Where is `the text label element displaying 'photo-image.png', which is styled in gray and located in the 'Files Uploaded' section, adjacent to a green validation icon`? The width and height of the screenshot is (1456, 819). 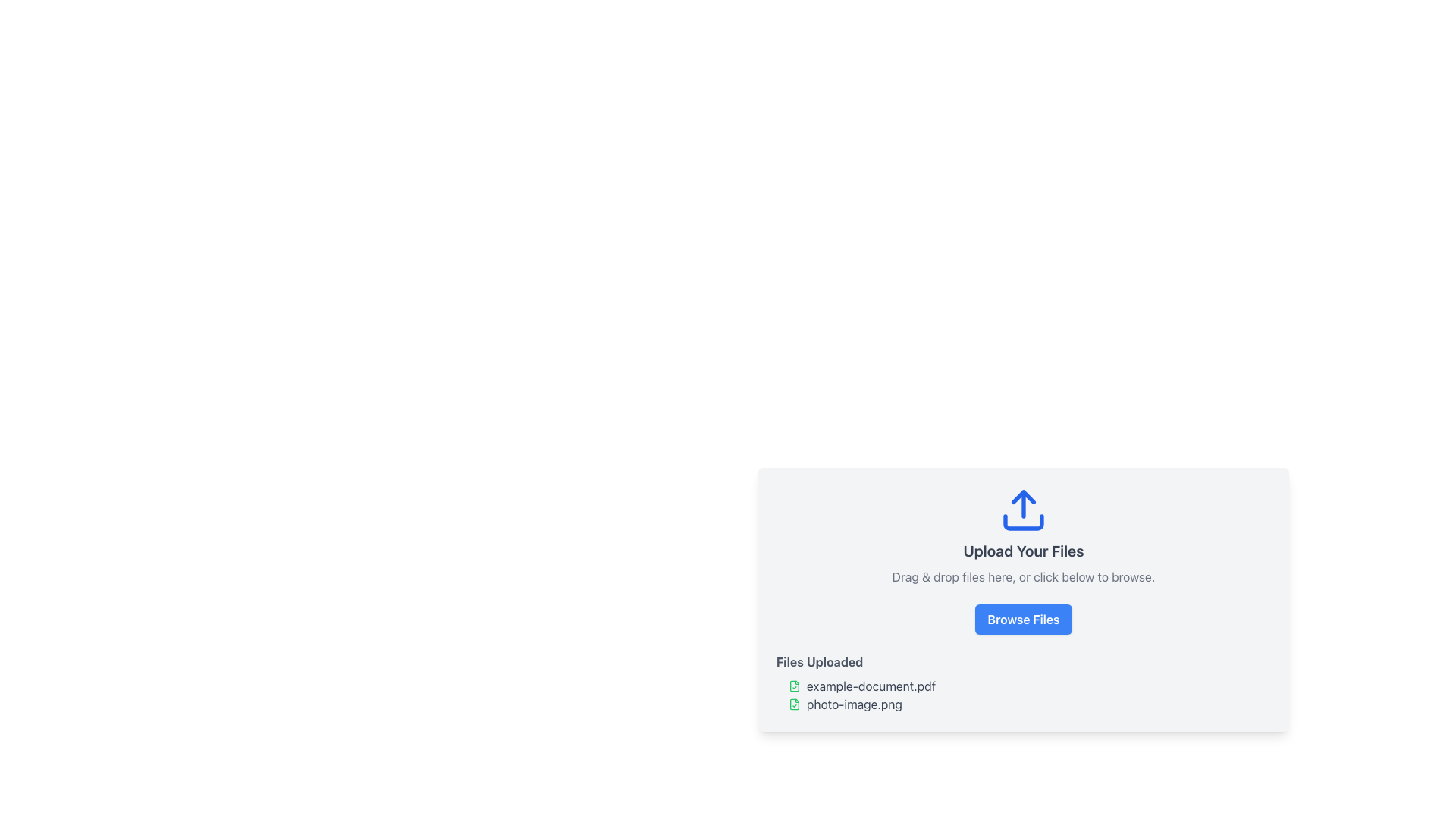
the text label element displaying 'photo-image.png', which is styled in gray and located in the 'Files Uploaded' section, adjacent to a green validation icon is located at coordinates (854, 704).